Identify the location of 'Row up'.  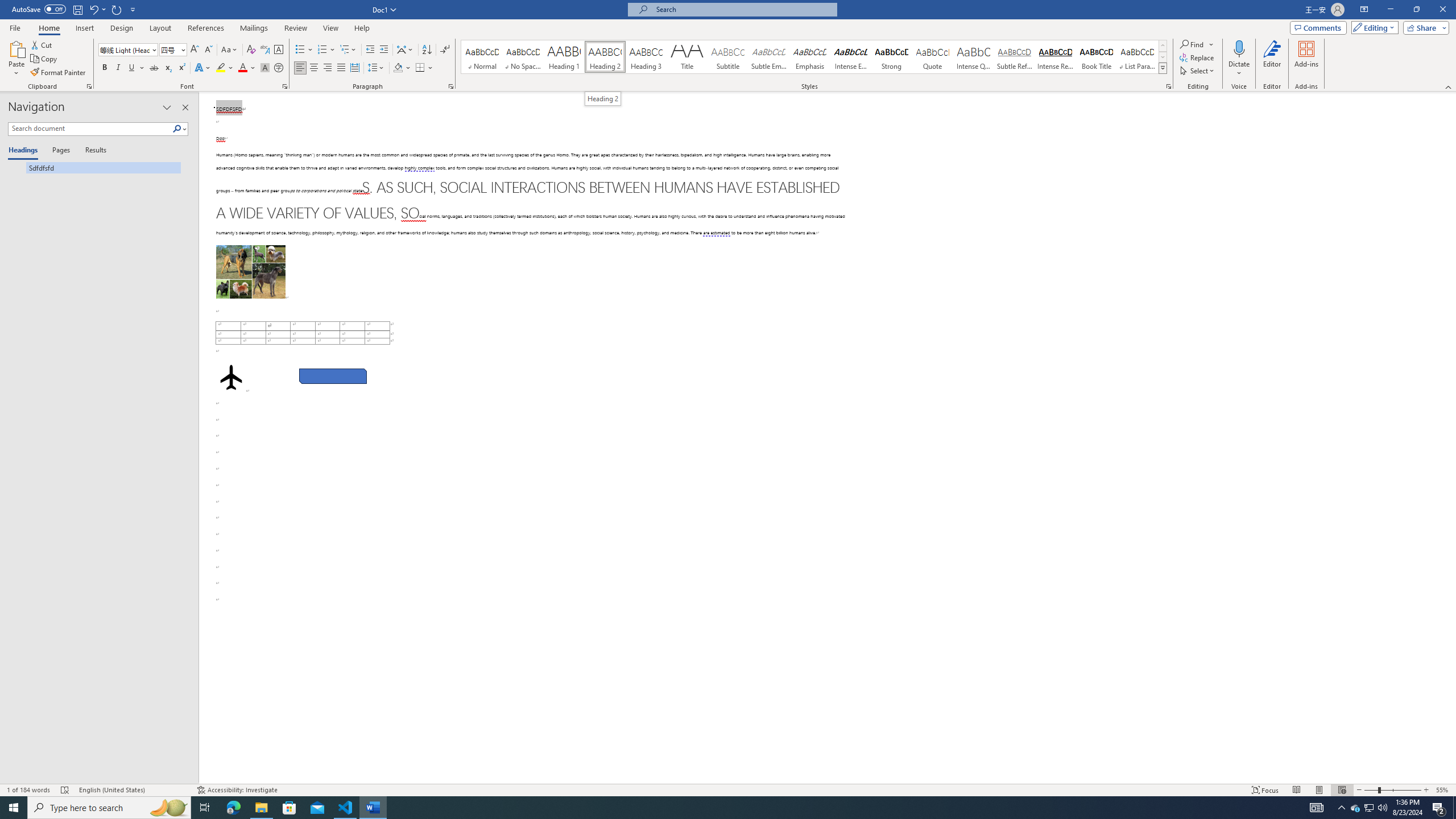
(1163, 45).